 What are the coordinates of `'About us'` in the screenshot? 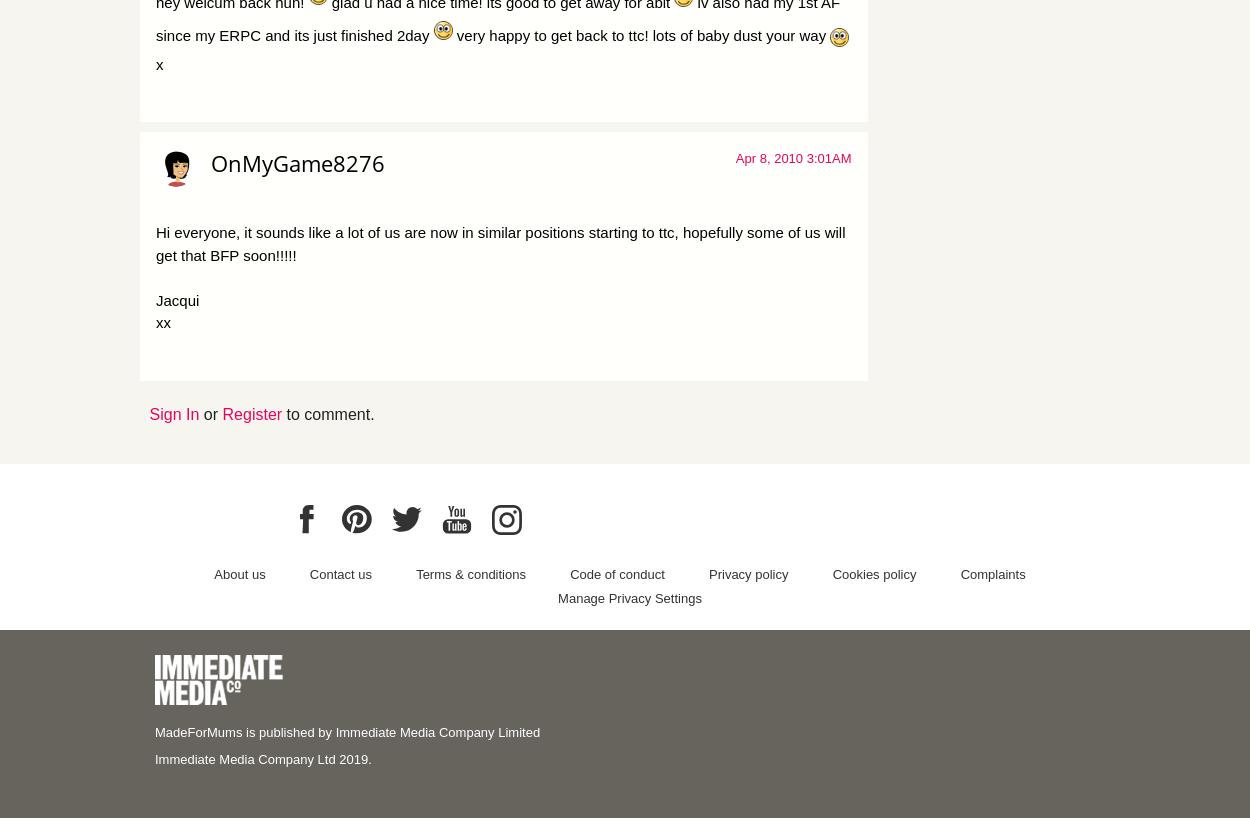 It's located at (238, 572).